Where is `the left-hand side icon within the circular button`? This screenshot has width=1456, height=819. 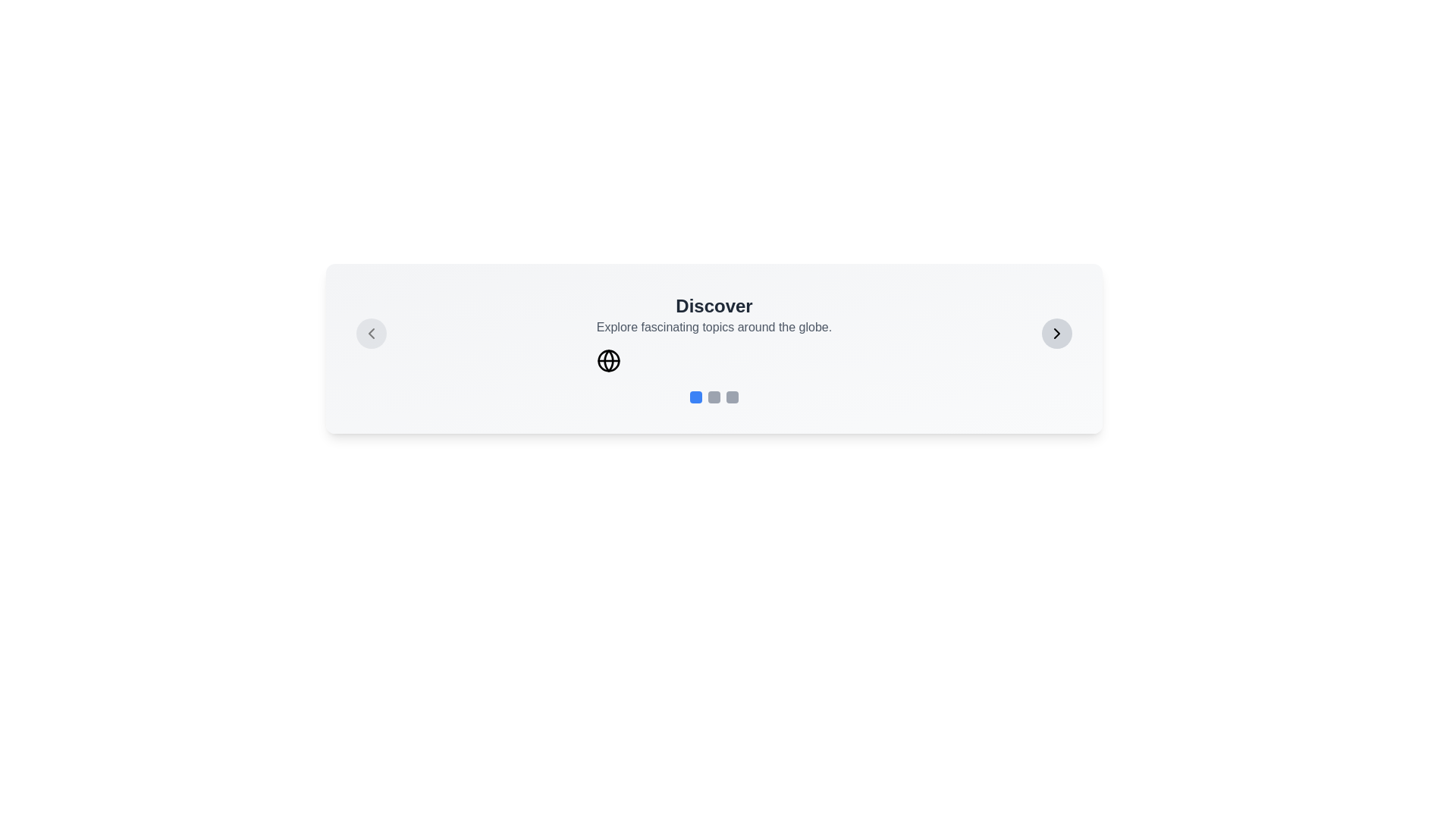
the left-hand side icon within the circular button is located at coordinates (371, 332).